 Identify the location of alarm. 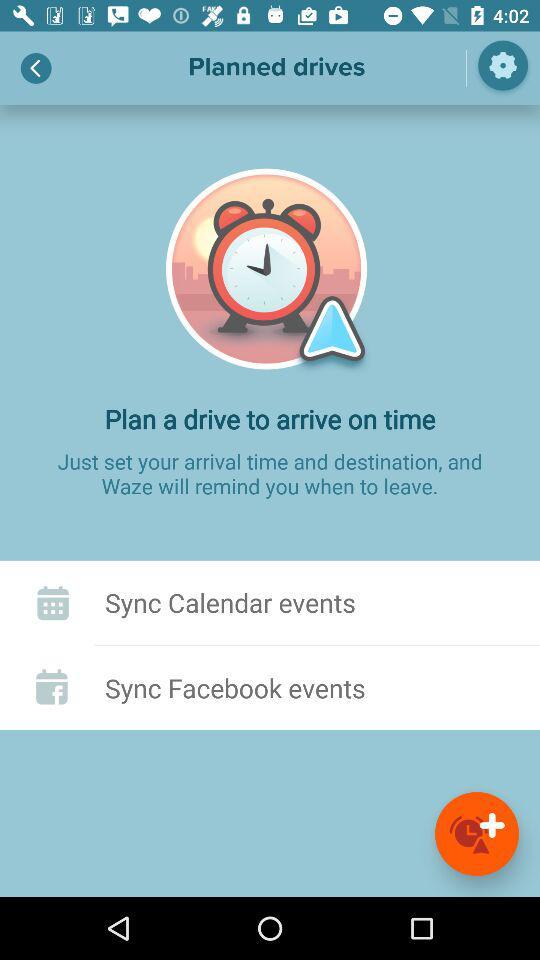
(475, 833).